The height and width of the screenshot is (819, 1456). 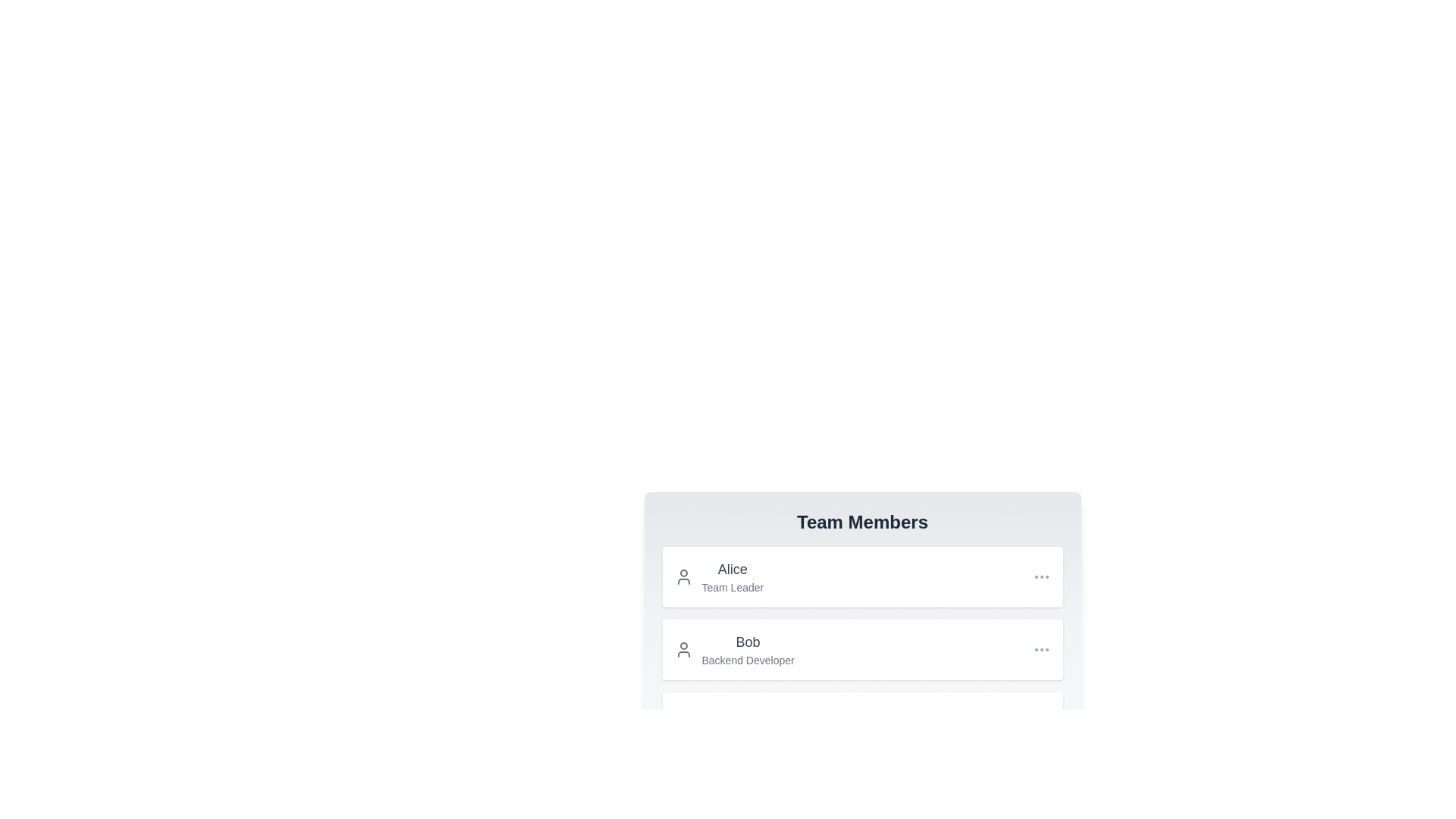 What do you see at coordinates (1040, 648) in the screenshot?
I see `the '...' button for the user corresponding to Bob` at bounding box center [1040, 648].